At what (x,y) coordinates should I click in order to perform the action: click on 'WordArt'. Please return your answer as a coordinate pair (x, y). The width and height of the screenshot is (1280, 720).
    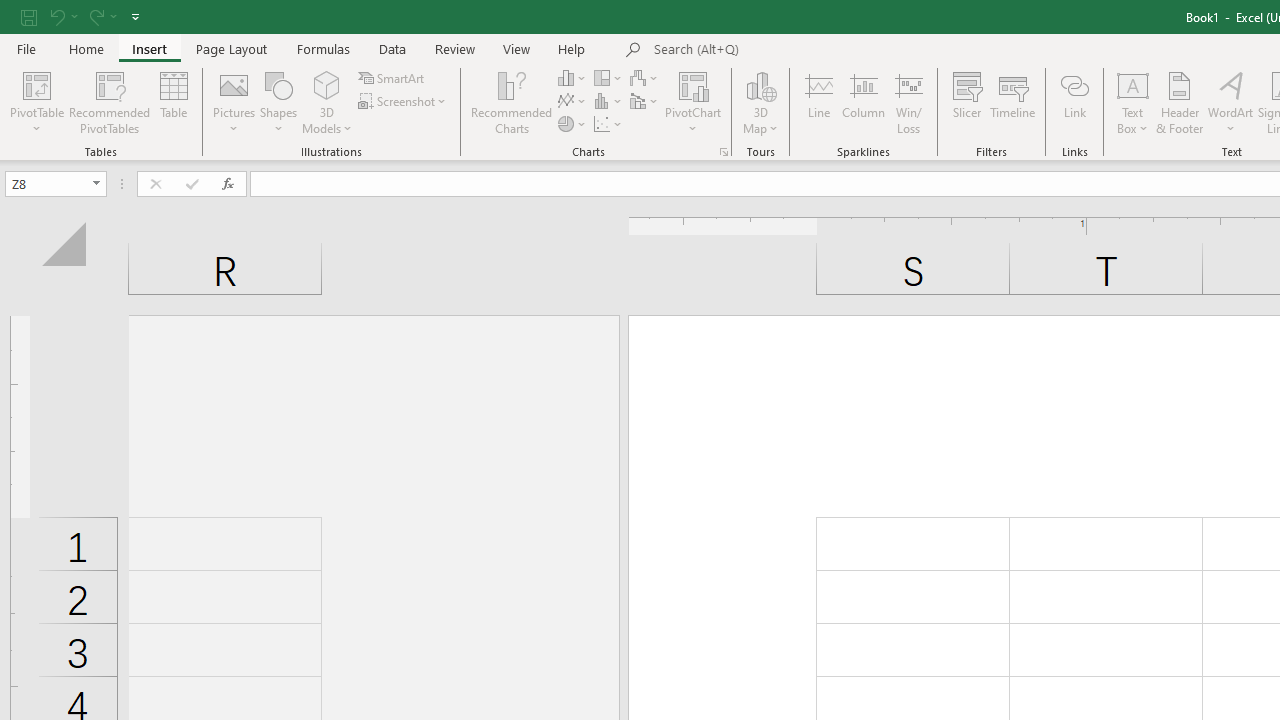
    Looking at the image, I should click on (1229, 103).